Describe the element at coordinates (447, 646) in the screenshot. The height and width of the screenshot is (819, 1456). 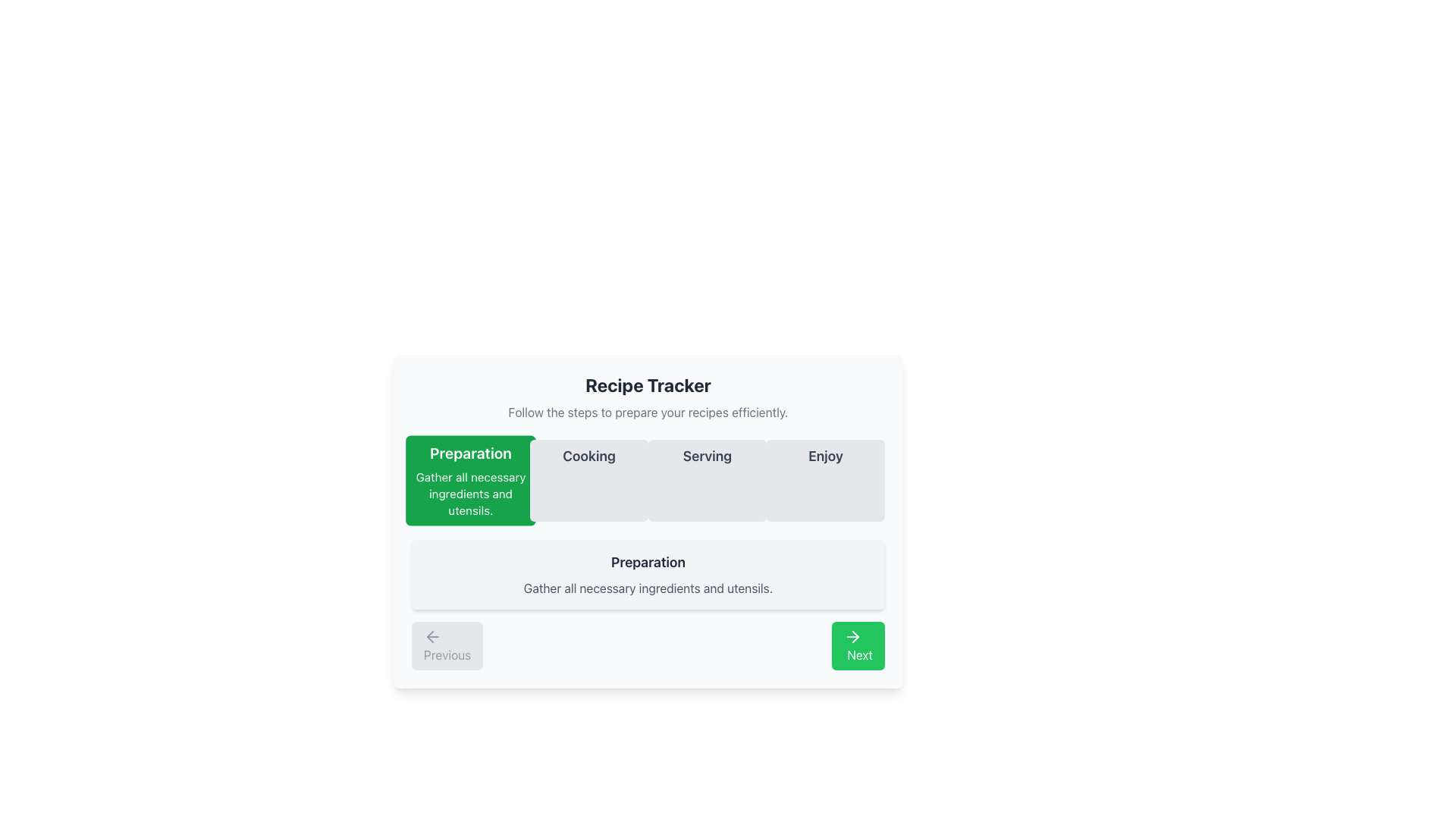
I see `the navigation button located at the bottom-left corner of the content area` at that location.